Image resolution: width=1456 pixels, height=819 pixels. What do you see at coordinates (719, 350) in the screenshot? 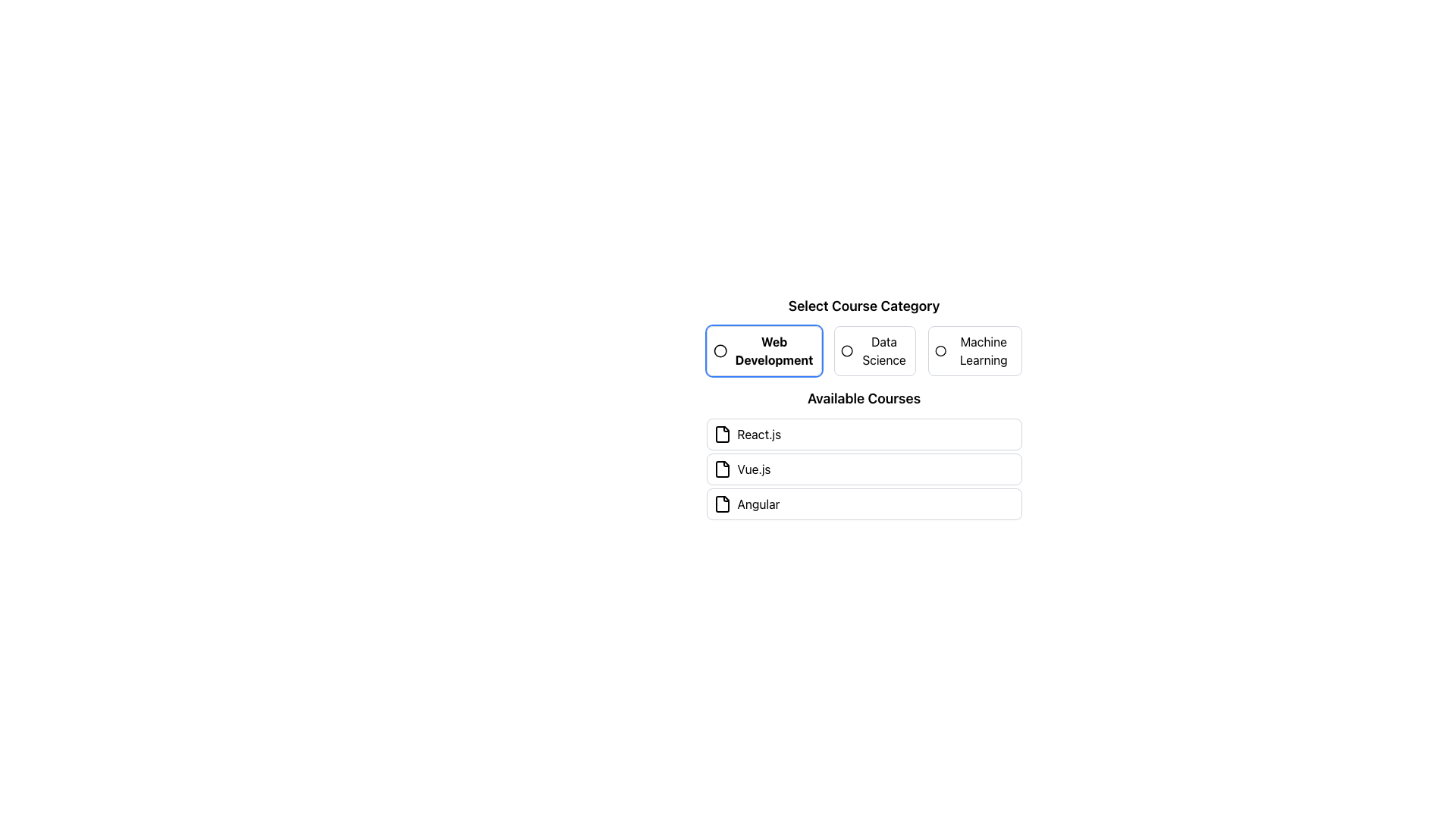
I see `the button labeled 'Web Development' that contains the circular outline icon with a bold black stroke positioned to the left of the text` at bounding box center [719, 350].